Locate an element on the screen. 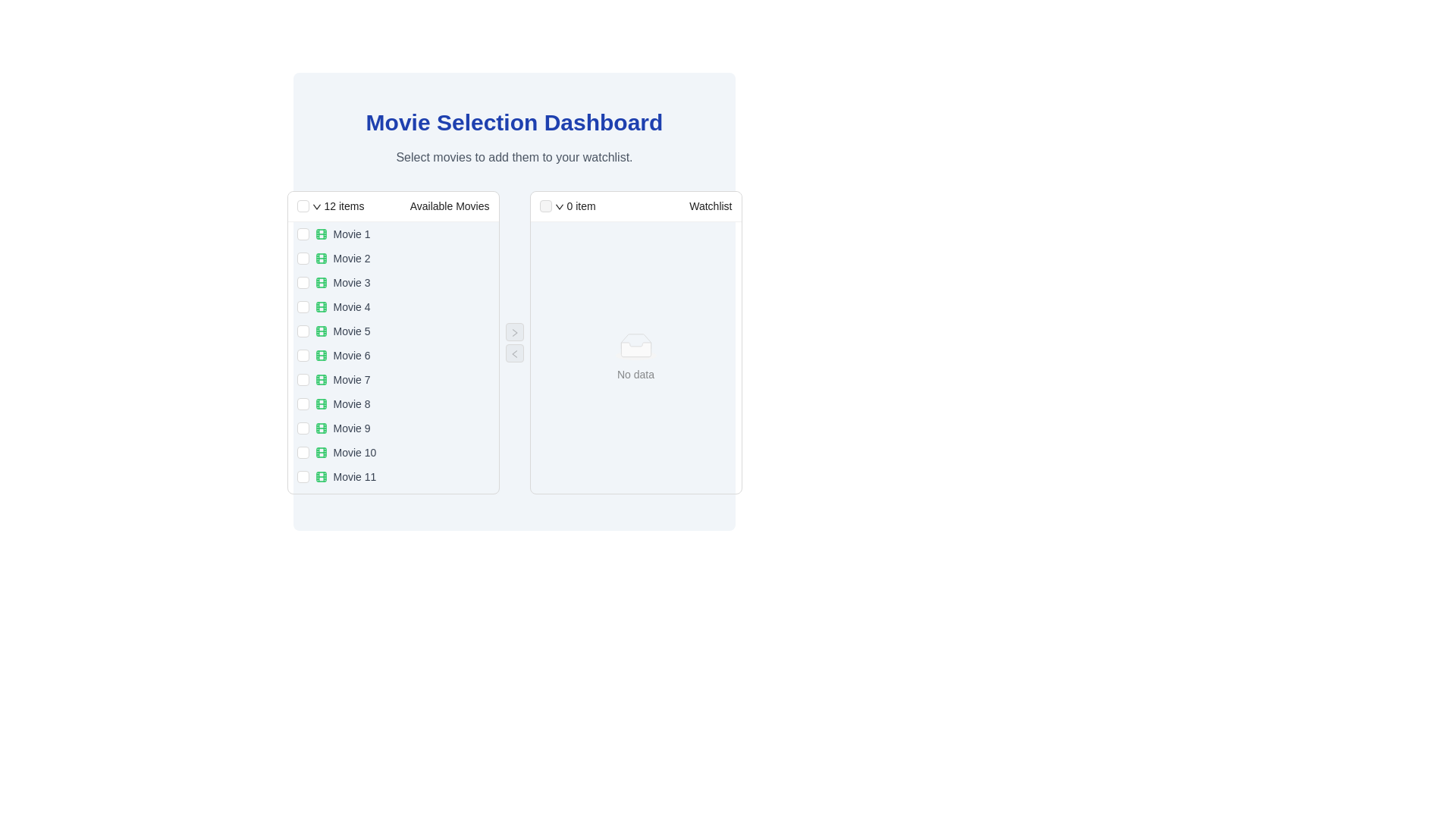 The image size is (1456, 819). the selectable list item labeled 'Movie 5' in the 'Available Movies' column is located at coordinates (402, 330).